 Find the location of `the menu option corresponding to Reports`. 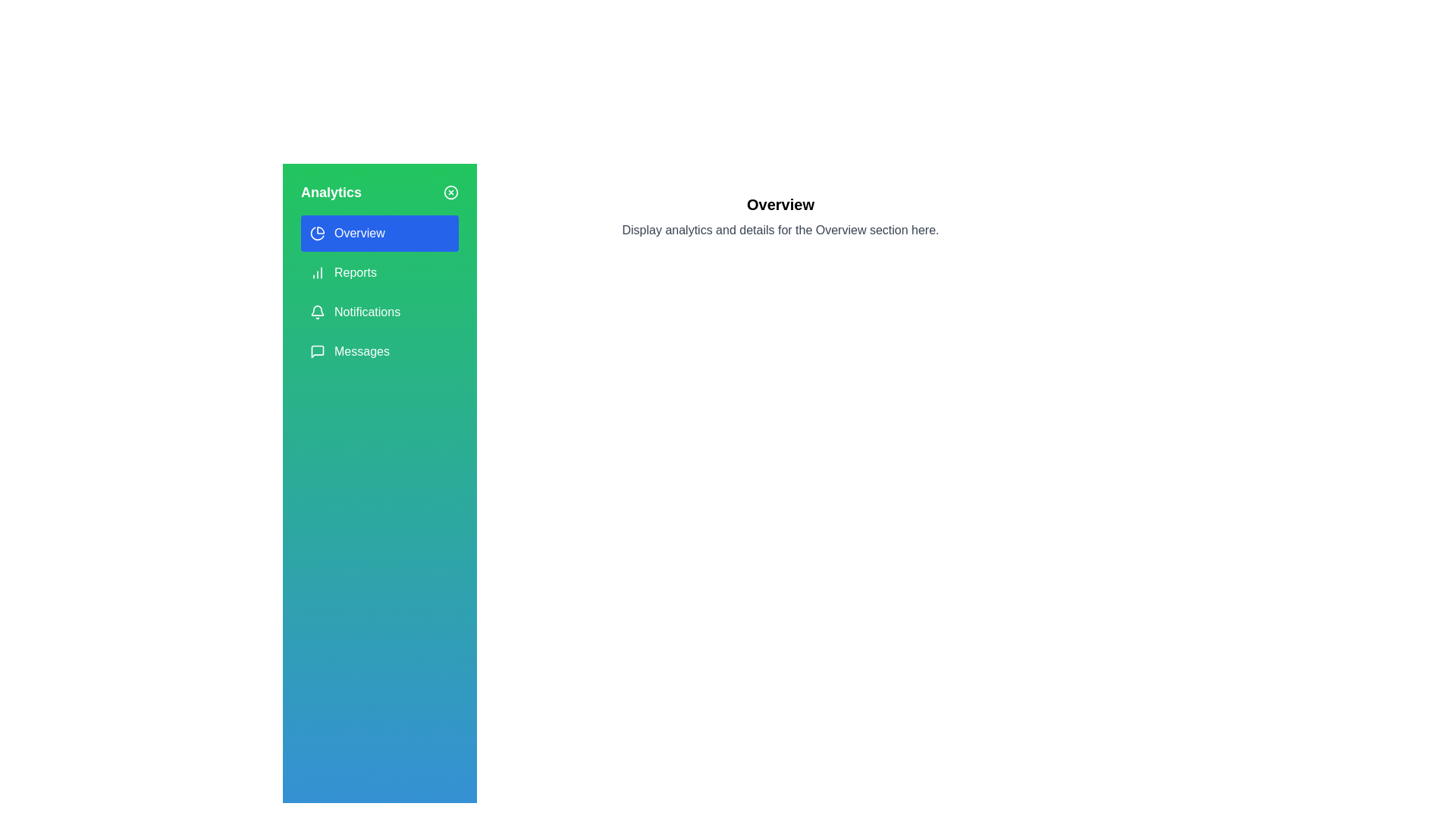

the menu option corresponding to Reports is located at coordinates (379, 271).